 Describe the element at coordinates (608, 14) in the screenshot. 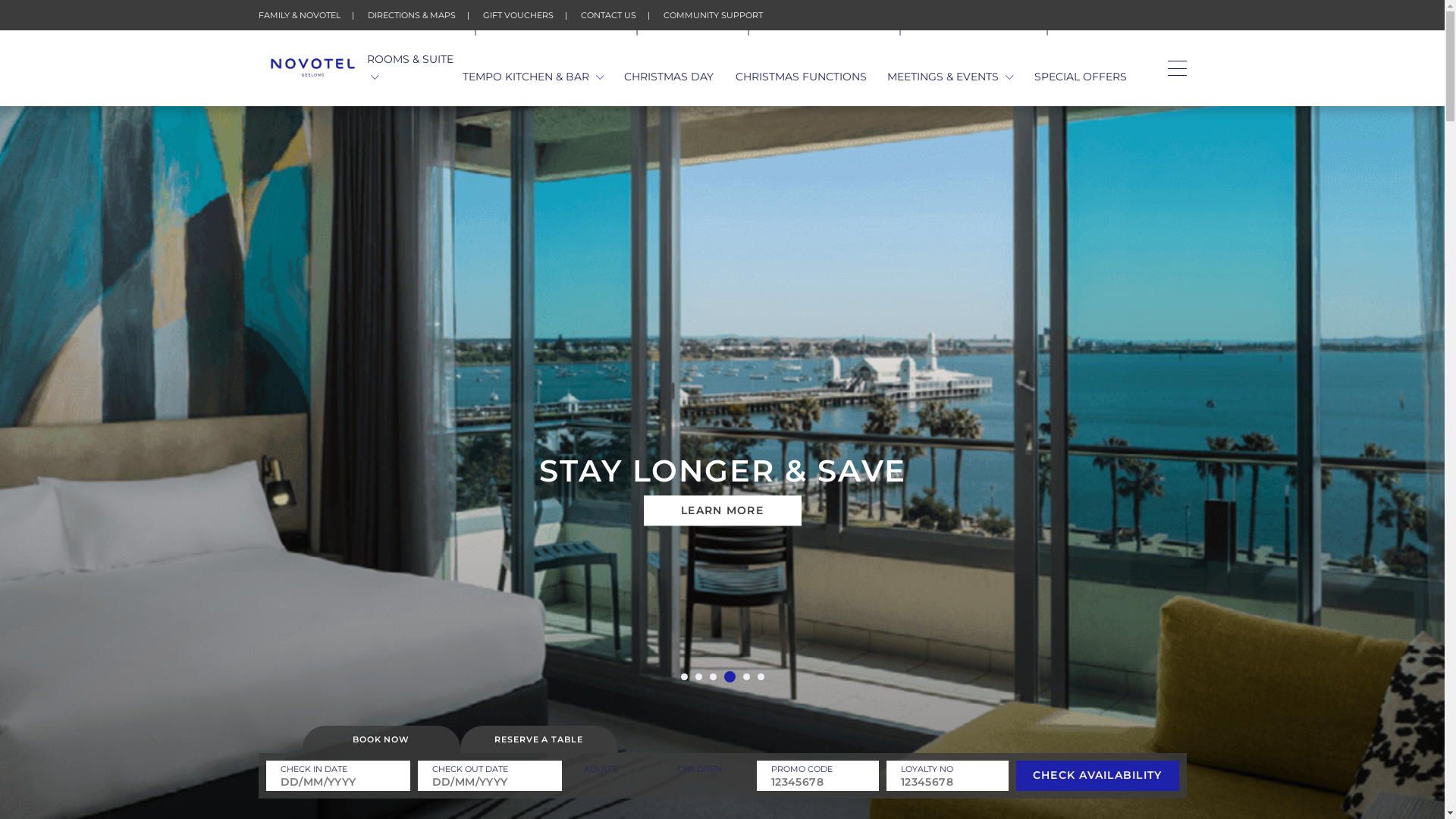

I see `'CONTACT US'` at that location.